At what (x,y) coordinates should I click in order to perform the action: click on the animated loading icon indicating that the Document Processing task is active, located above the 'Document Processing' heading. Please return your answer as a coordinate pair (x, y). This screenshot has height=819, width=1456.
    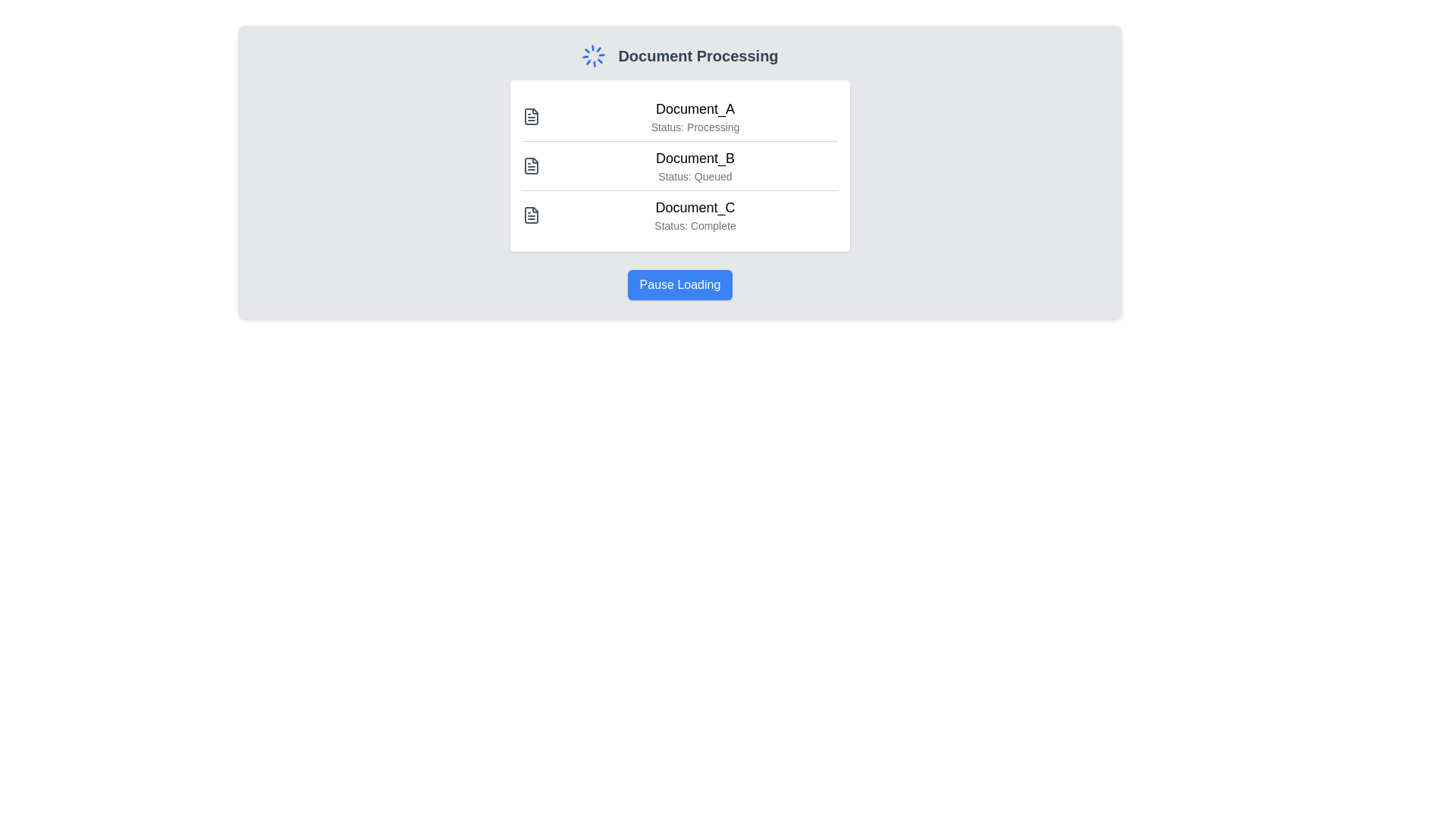
    Looking at the image, I should click on (593, 55).